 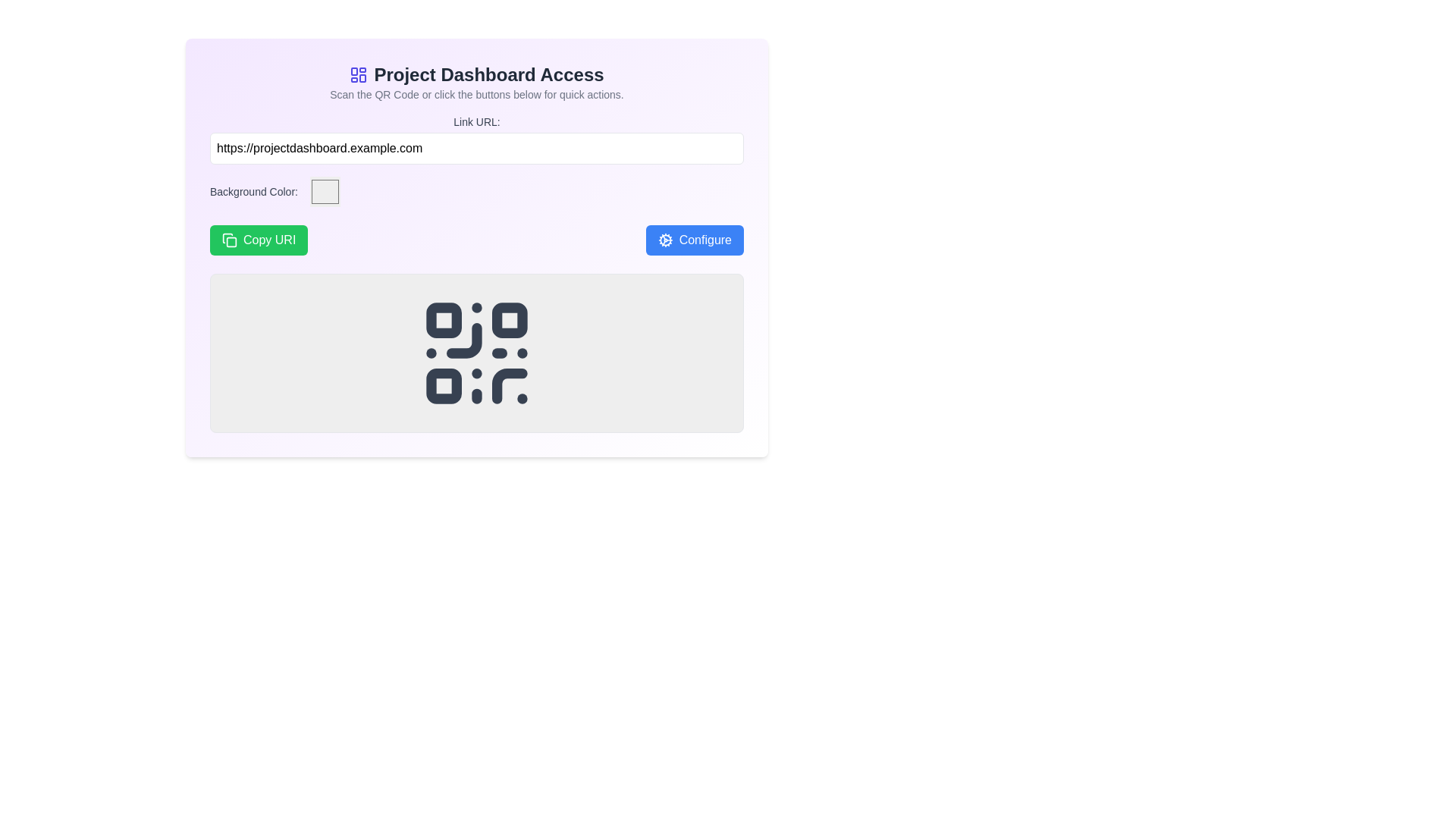 I want to click on the upper-left rectangular icon in the grid layout, which has visible corner rounding, so click(x=353, y=71).